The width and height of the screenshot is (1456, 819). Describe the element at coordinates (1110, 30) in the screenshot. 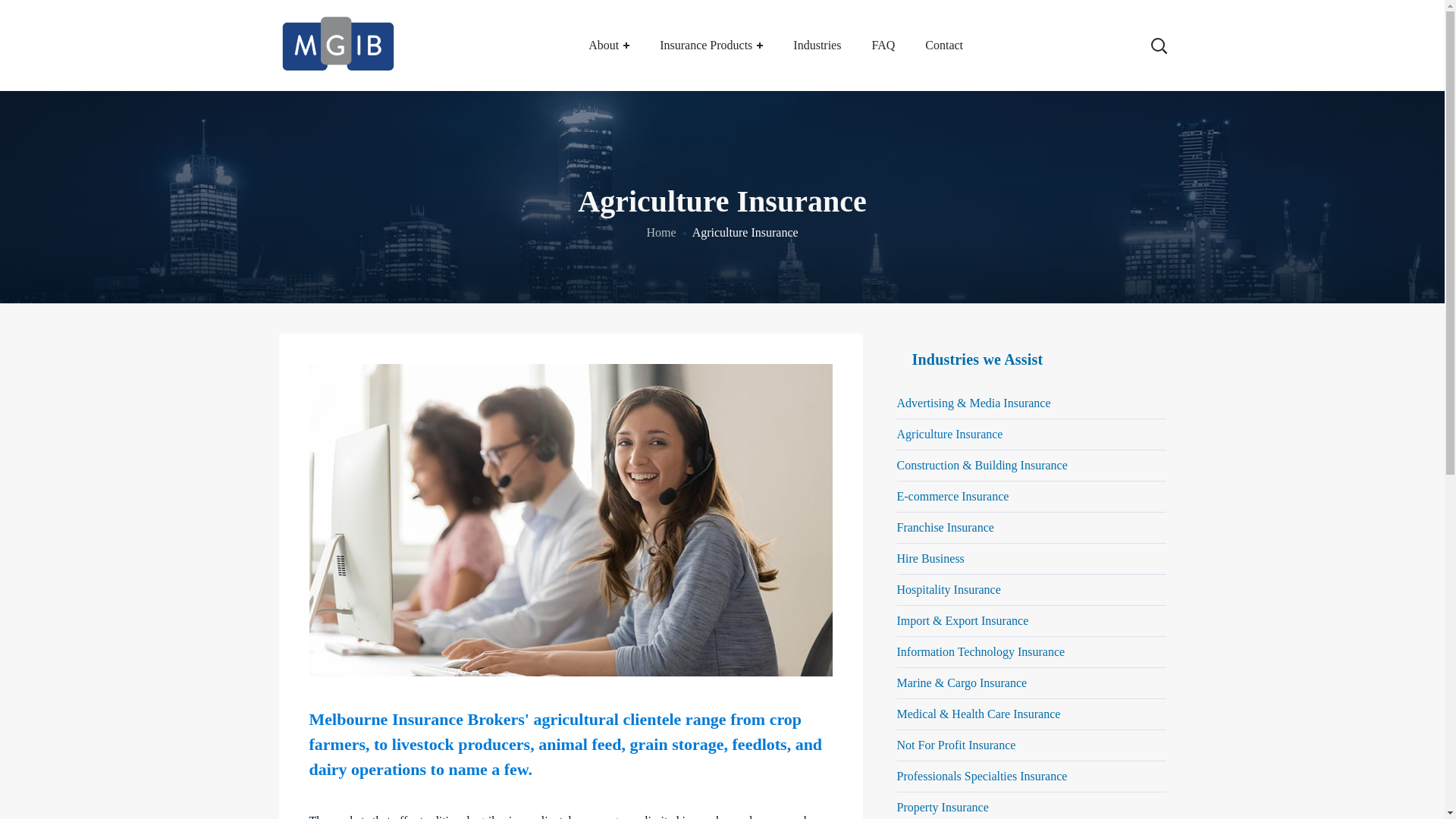

I see `'Search'` at that location.